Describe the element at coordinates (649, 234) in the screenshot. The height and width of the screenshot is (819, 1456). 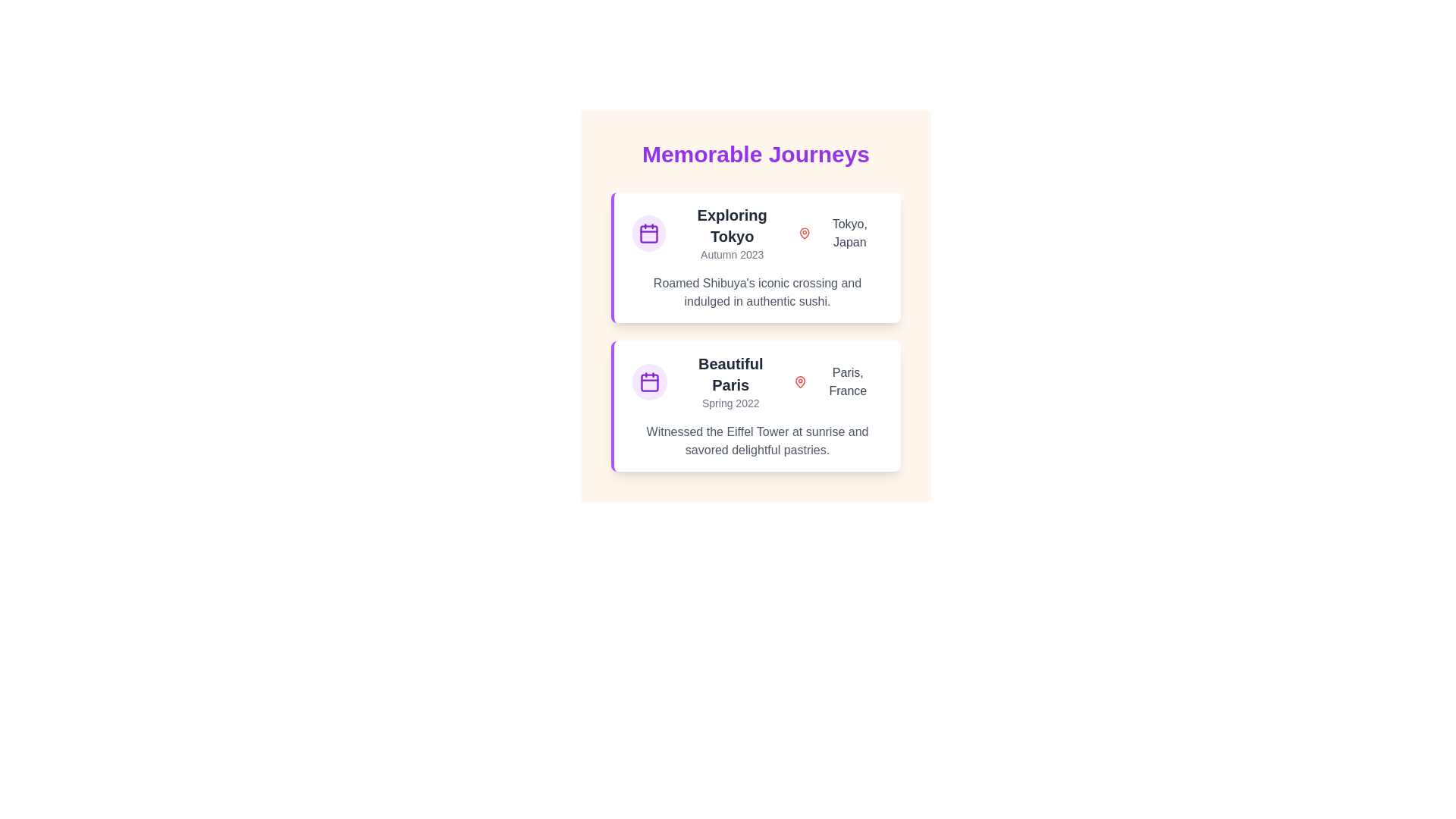
I see `the small rectangular graphic with rounded corners, styled with a light purple fill and outlined in a calendar-like icon structure, located centrally within a larger calendar-shaped SVG graphic` at that location.